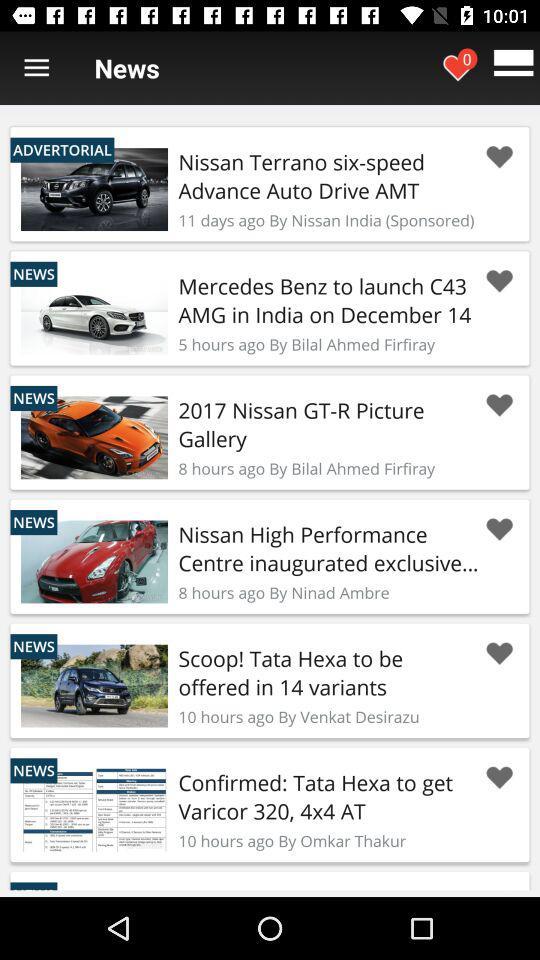 The width and height of the screenshot is (540, 960). What do you see at coordinates (498, 776) in the screenshot?
I see `this article` at bounding box center [498, 776].